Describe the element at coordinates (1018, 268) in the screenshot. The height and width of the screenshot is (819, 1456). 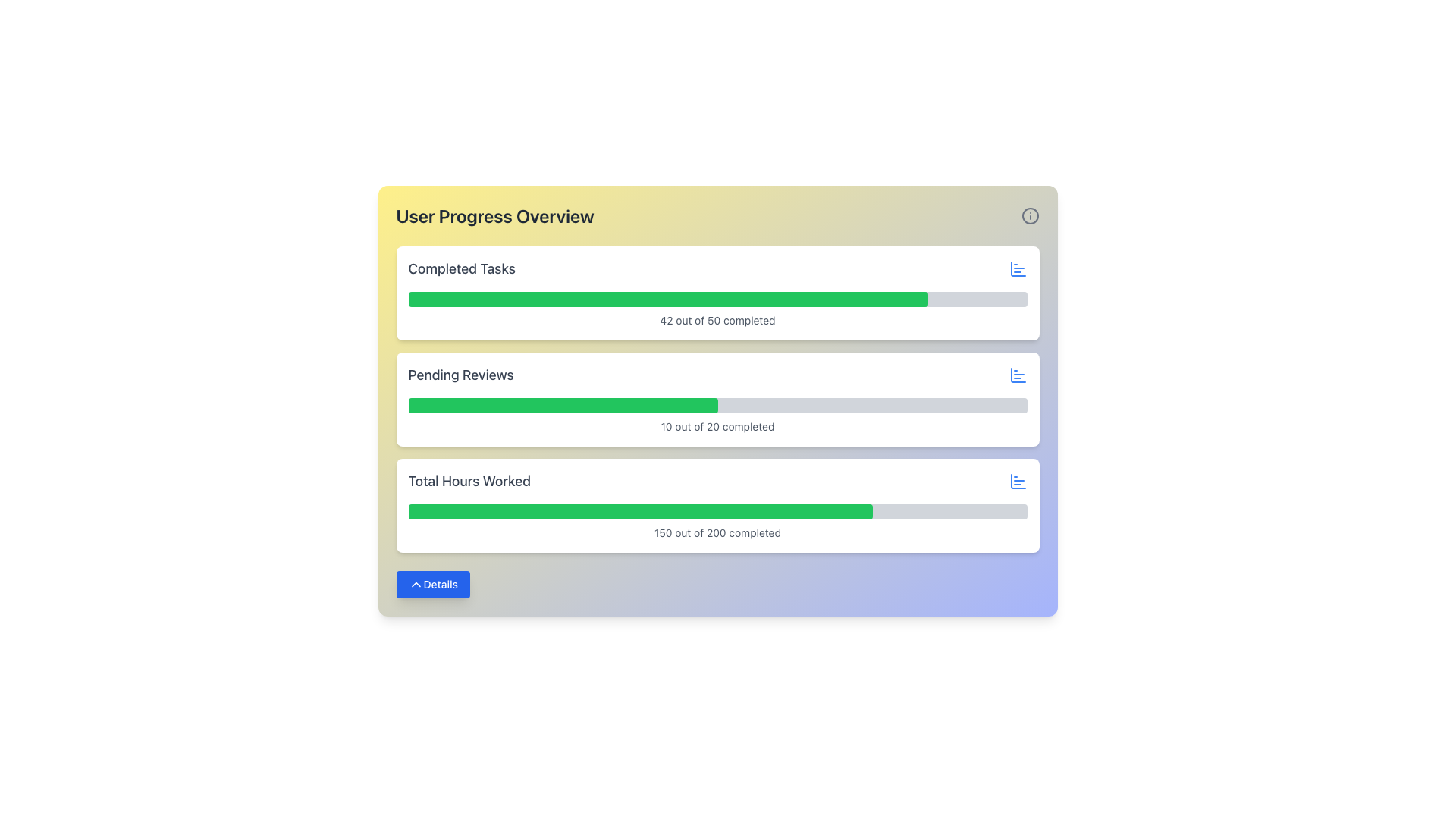
I see `the icon located in the 'Completed Tasks' section, positioned at the far right of the header area, next to the textual description` at that location.